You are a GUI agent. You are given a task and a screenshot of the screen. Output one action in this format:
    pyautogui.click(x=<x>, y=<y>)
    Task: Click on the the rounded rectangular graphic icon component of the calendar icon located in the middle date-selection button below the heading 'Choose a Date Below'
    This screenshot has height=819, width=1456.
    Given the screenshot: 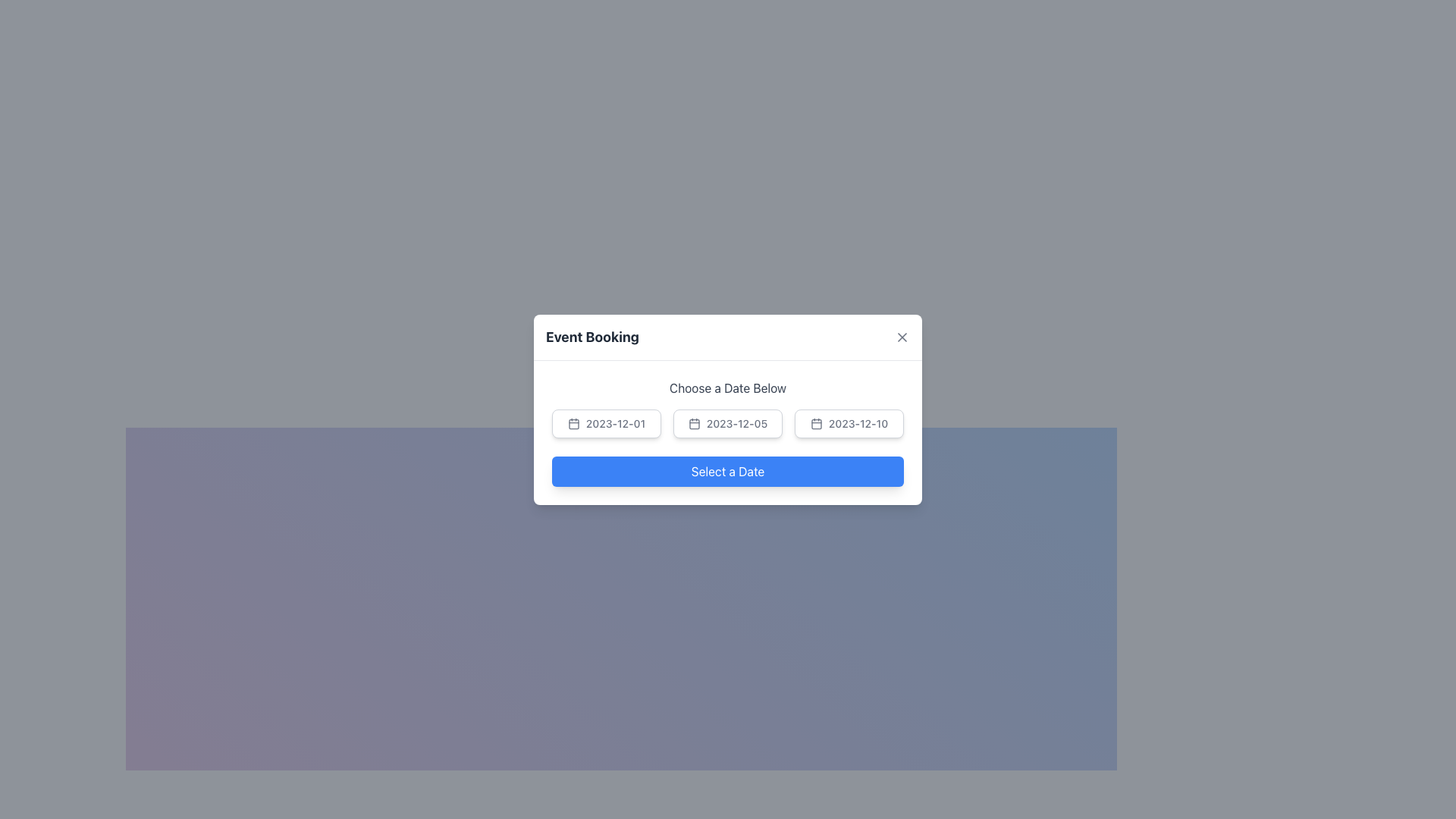 What is the action you would take?
    pyautogui.click(x=693, y=424)
    